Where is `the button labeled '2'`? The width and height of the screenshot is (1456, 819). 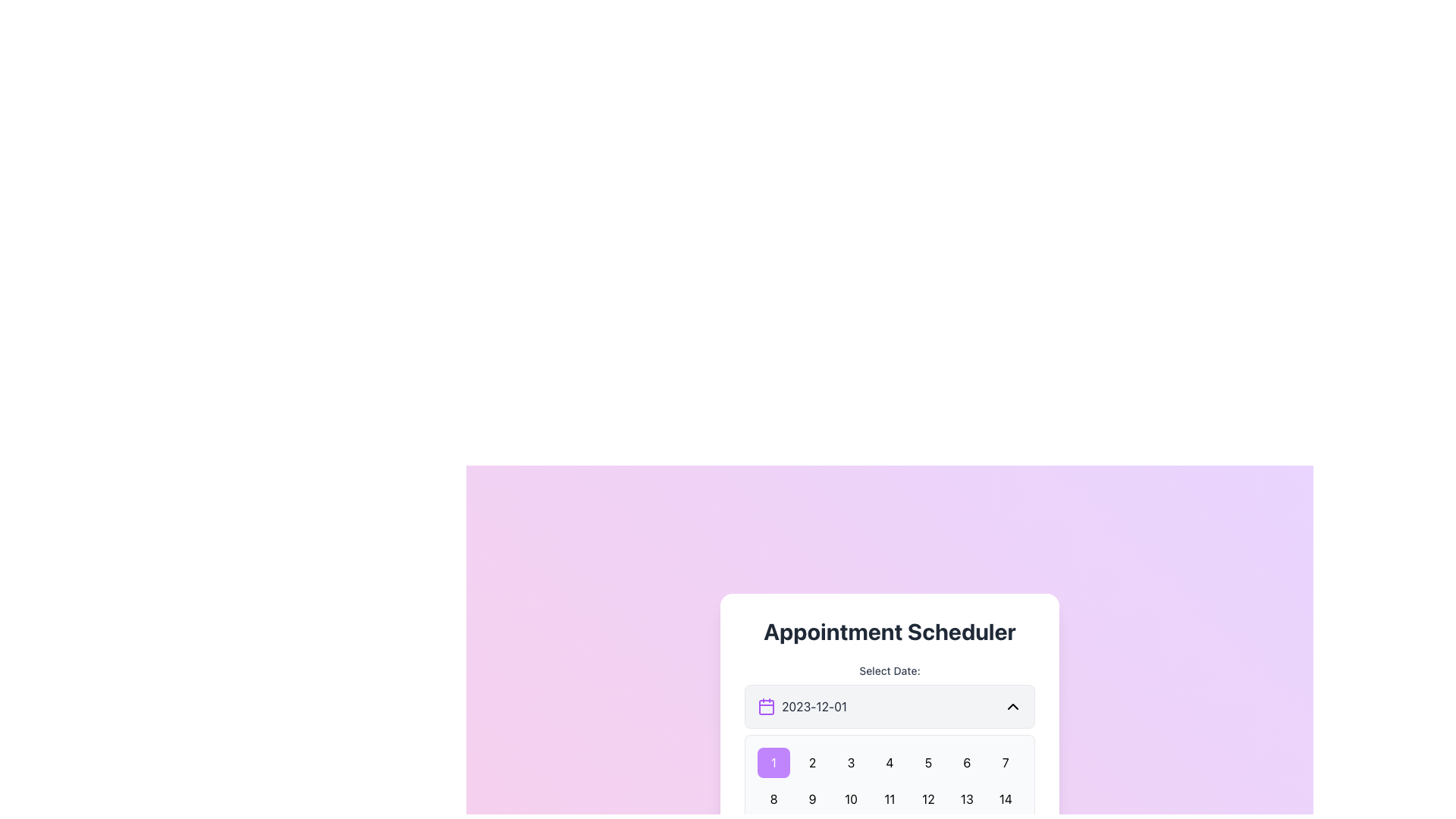 the button labeled '2' is located at coordinates (811, 763).